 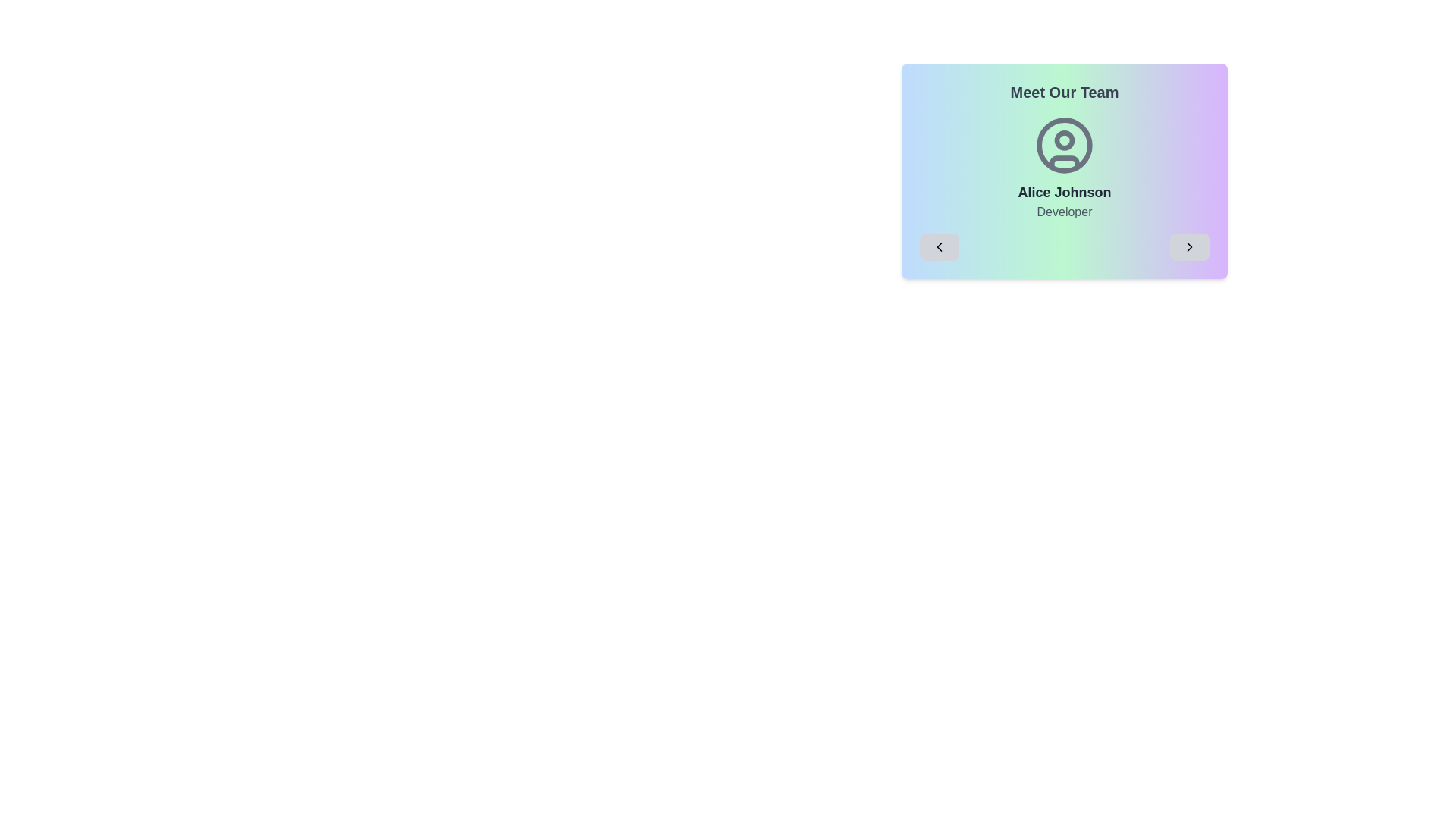 What do you see at coordinates (1063, 187) in the screenshot?
I see `the user profile component located within the 'Meet Our Team' card layout, which displays the user's name, position, and avatar` at bounding box center [1063, 187].